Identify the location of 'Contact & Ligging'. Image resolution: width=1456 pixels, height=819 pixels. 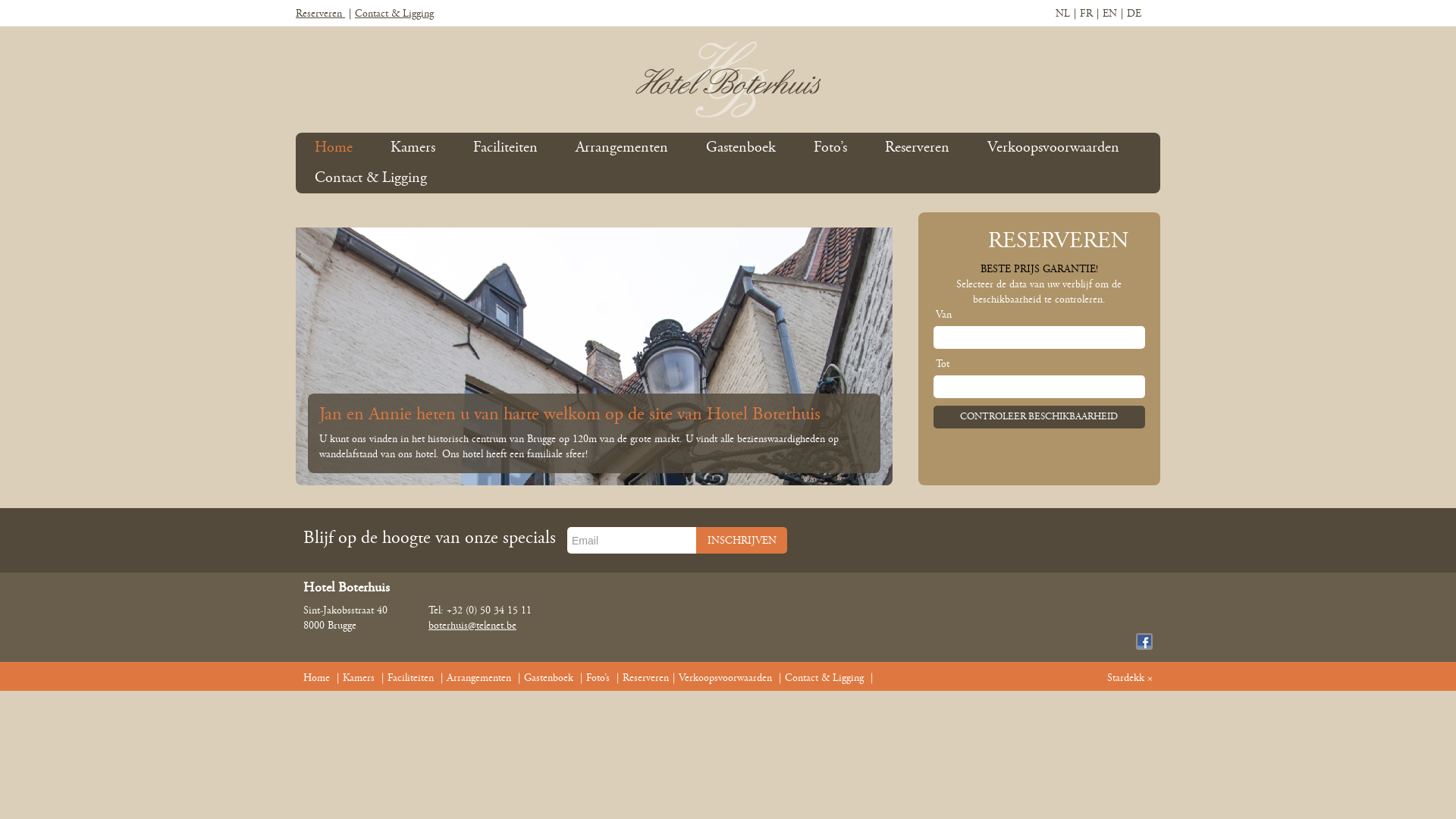
(785, 677).